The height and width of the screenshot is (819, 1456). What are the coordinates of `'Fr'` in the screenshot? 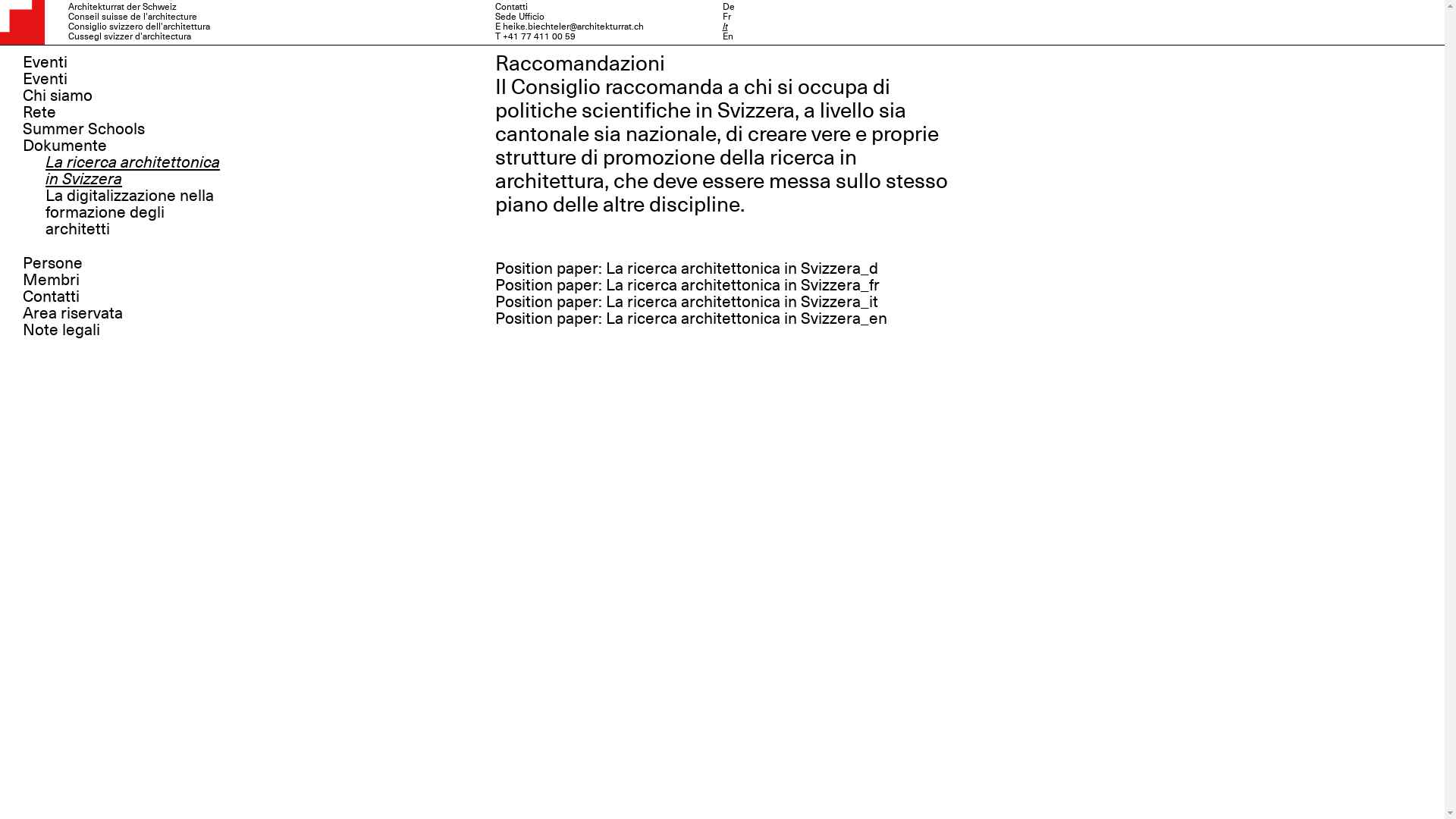 It's located at (725, 17).